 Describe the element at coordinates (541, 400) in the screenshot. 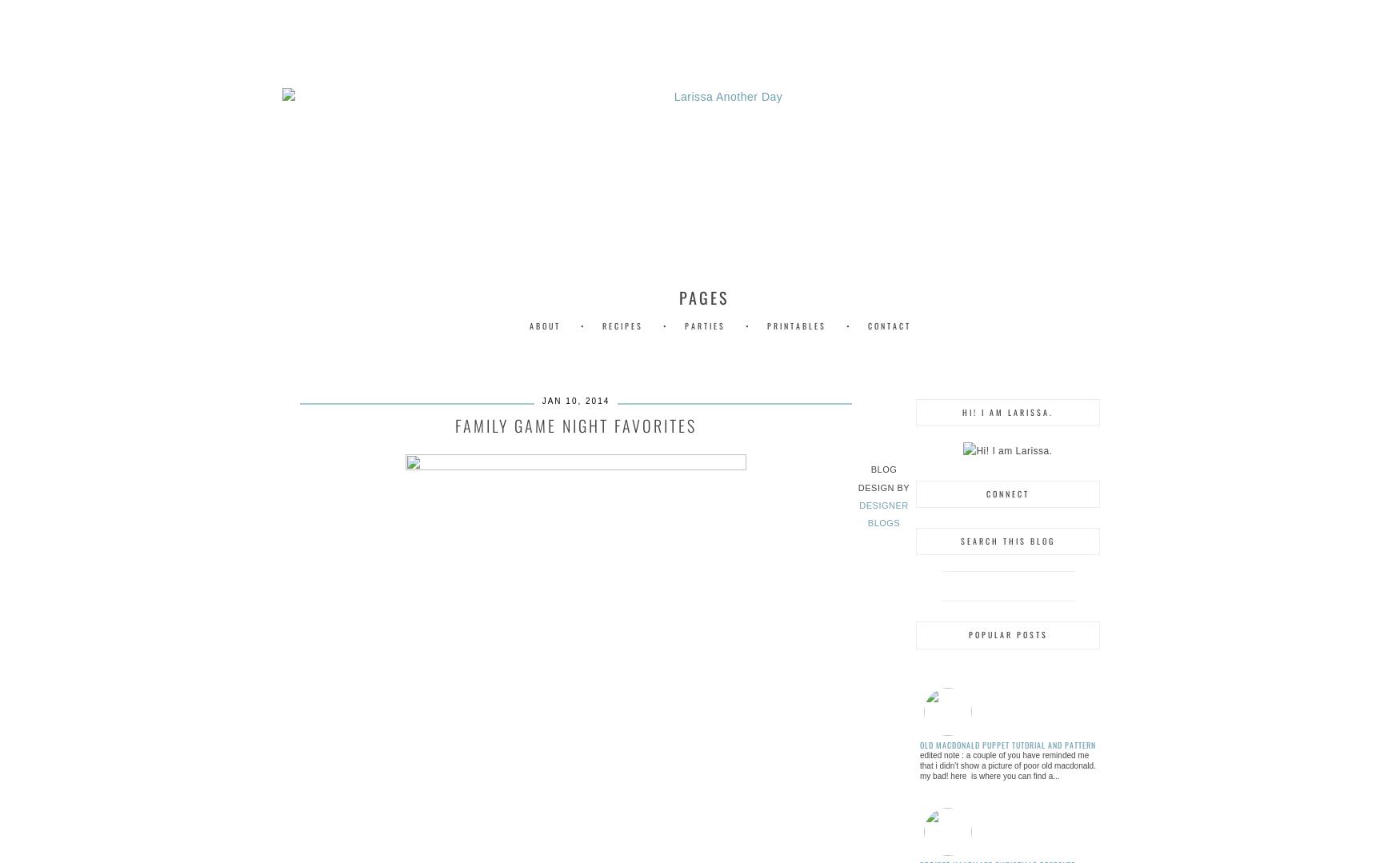

I see `'Jan 10, 2014'` at that location.